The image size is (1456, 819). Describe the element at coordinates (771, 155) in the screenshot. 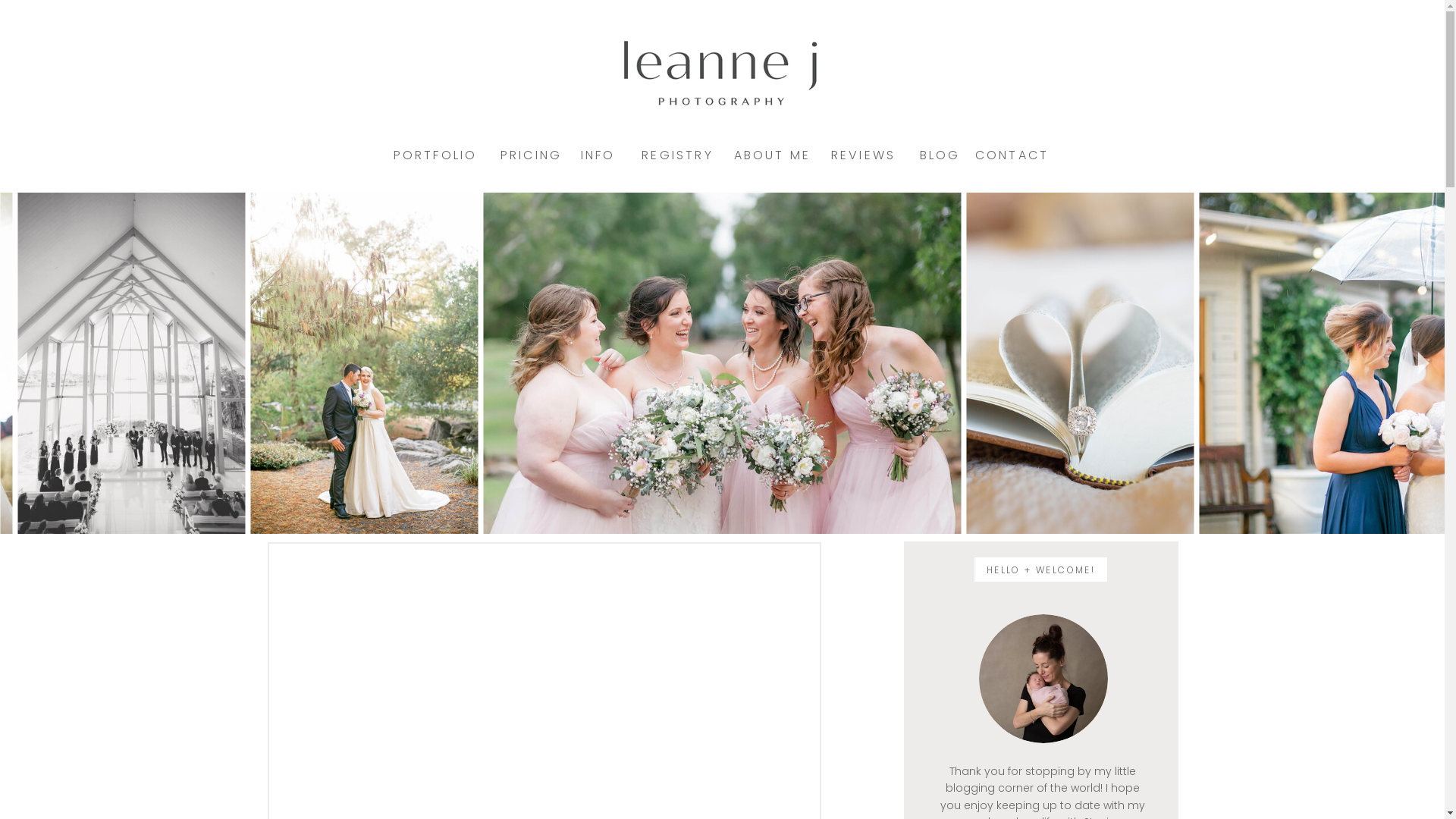

I see `'ABOUT ME'` at that location.